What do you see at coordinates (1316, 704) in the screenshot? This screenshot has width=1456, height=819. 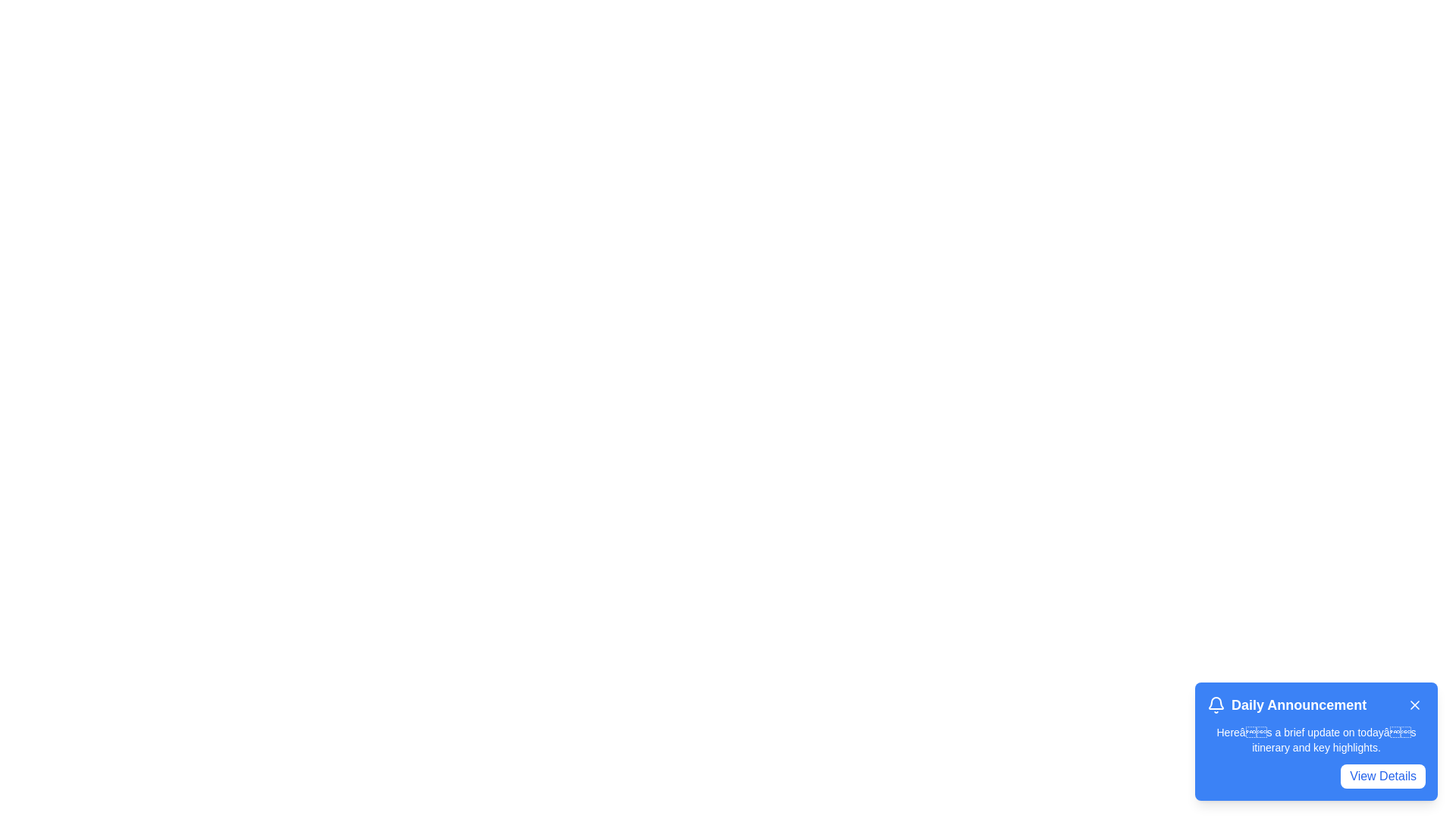 I see `the 'Daily Announcement' title to select it` at bounding box center [1316, 704].